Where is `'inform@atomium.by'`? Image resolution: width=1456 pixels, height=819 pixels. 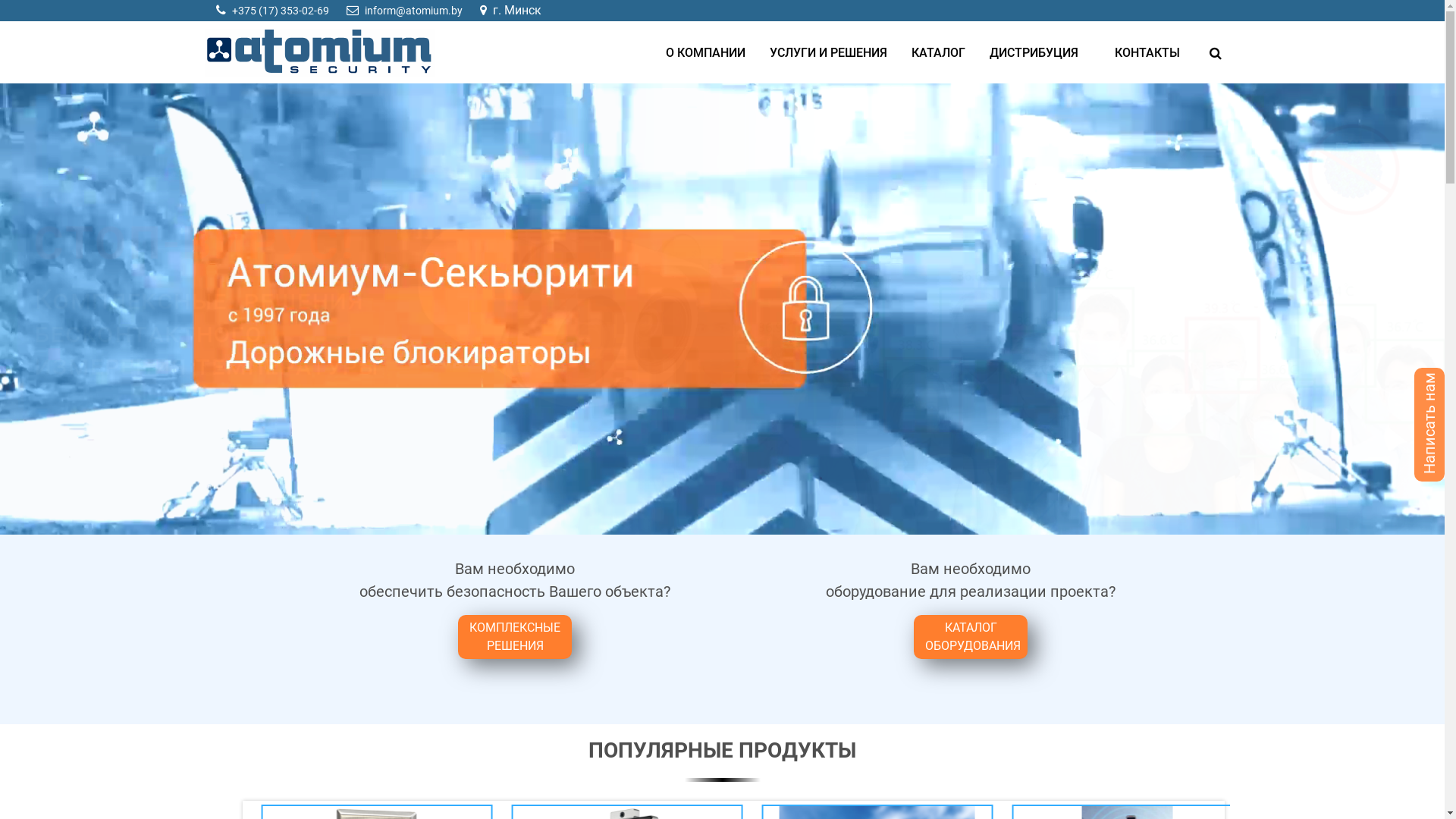 'inform@atomium.by' is located at coordinates (413, 11).